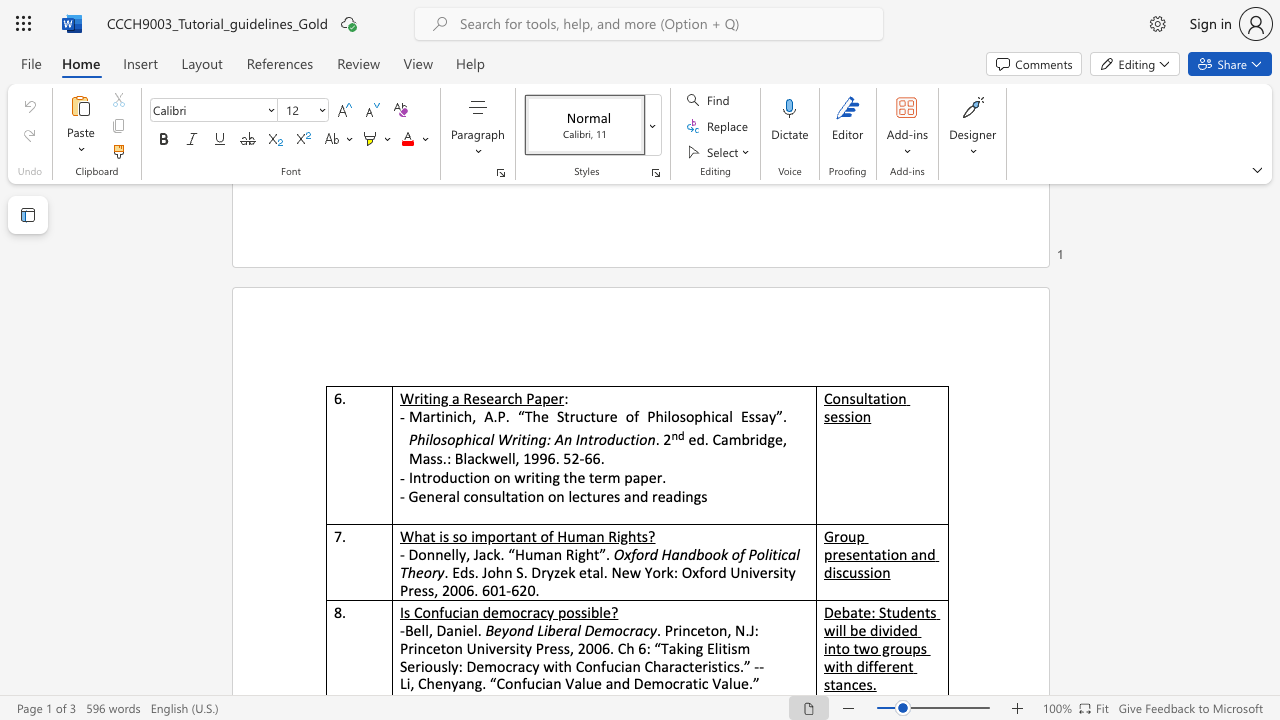 The height and width of the screenshot is (720, 1280). Describe the element at coordinates (520, 611) in the screenshot. I see `the subset text "cracy possi" within the text "Is Confucian democracy possible?"` at that location.